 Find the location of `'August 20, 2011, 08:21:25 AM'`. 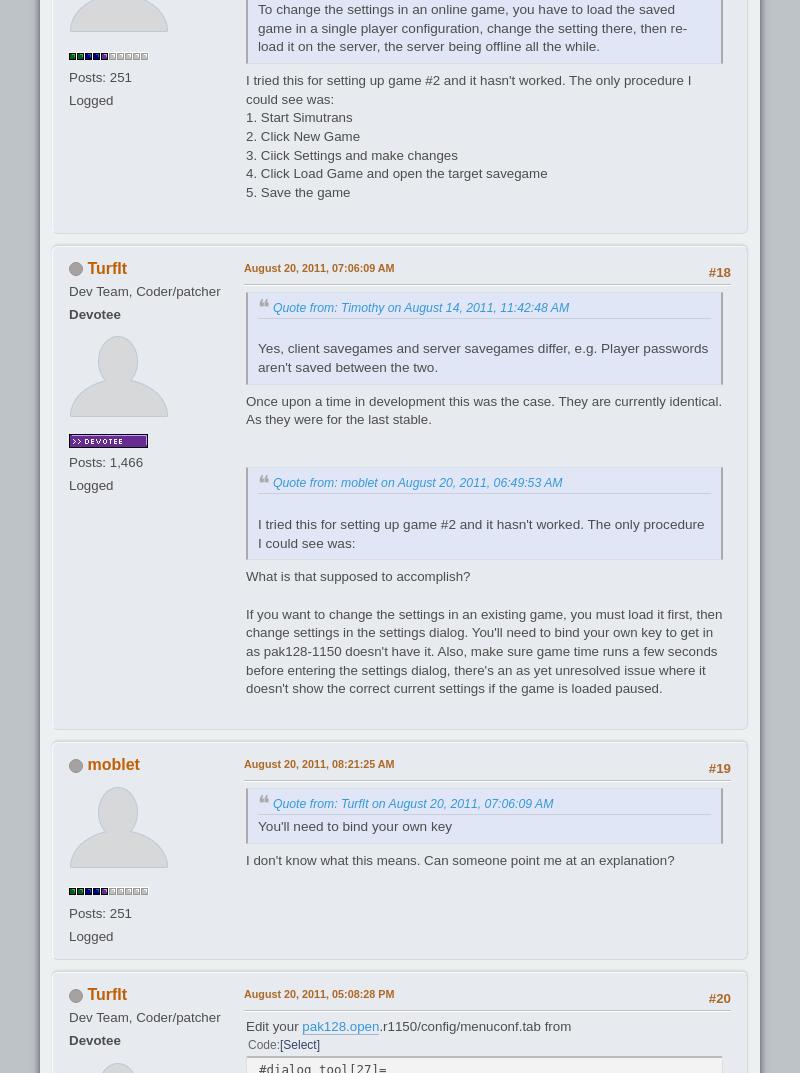

'August 20, 2011, 08:21:25 AM' is located at coordinates (317, 762).